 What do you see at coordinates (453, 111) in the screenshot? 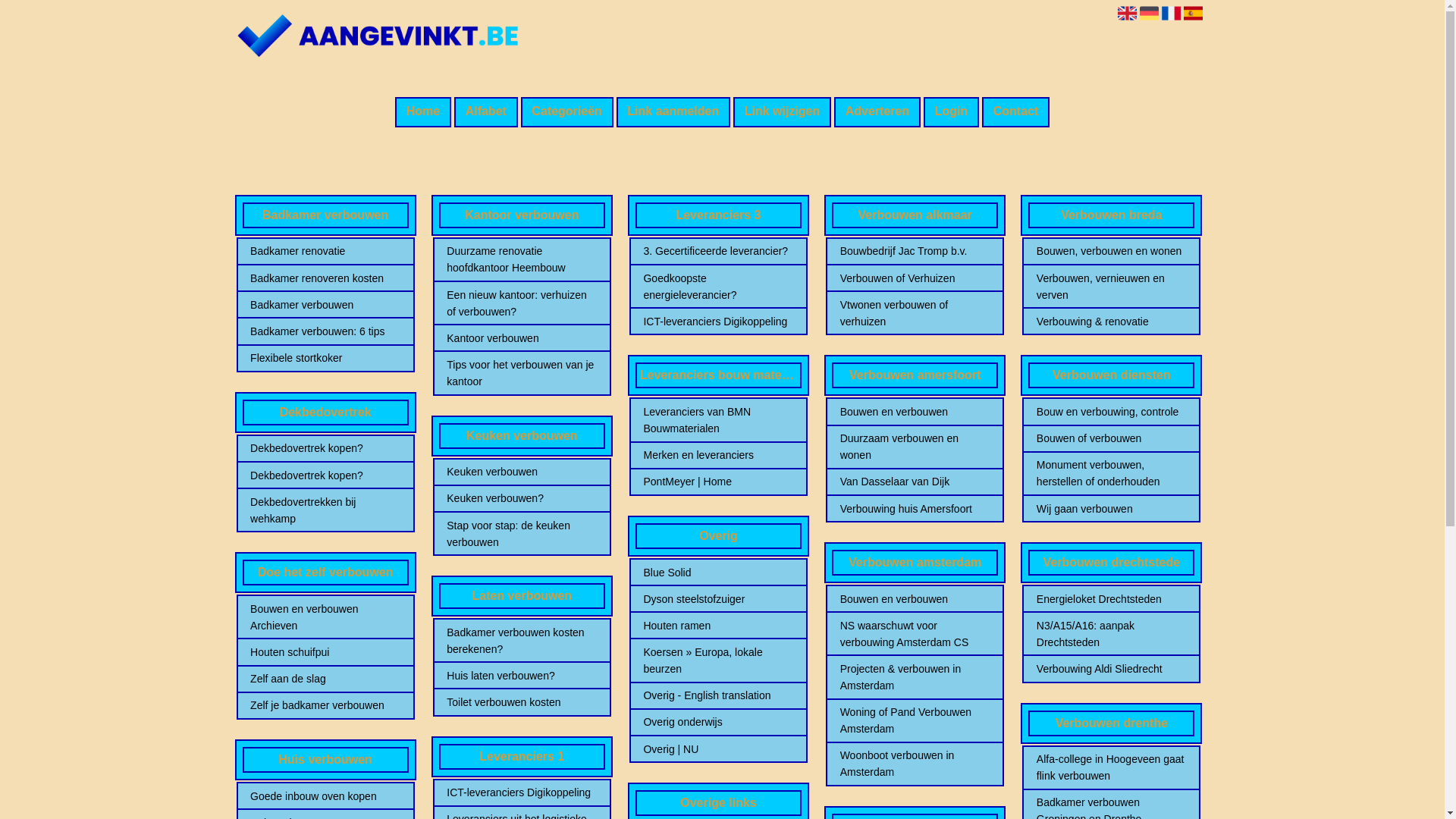
I see `'Alfabet'` at bounding box center [453, 111].